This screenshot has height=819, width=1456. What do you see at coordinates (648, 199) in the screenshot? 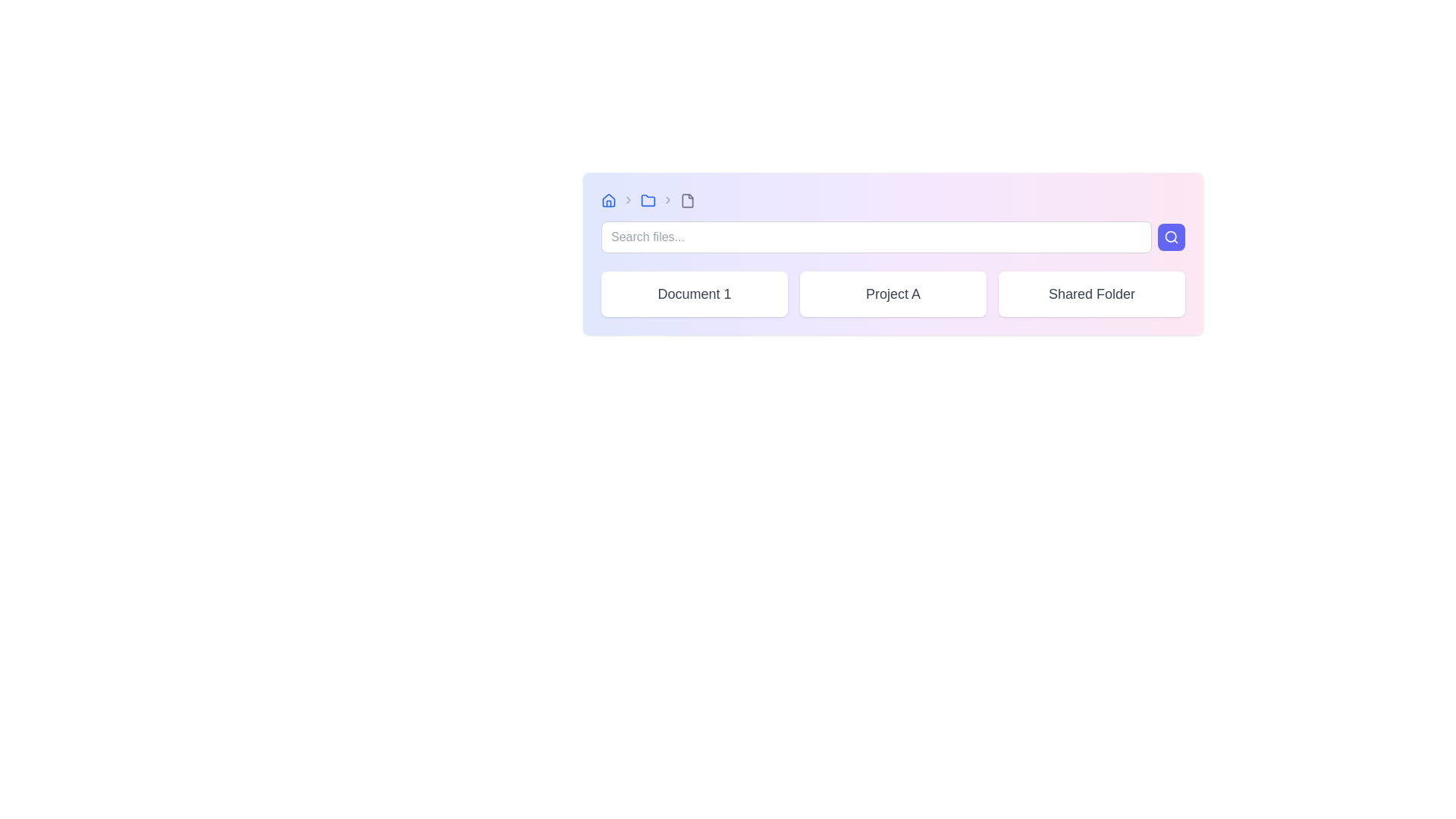
I see `the clickable blue folder icon located in the navigation bar, positioned between two right-chevron icons` at bounding box center [648, 199].